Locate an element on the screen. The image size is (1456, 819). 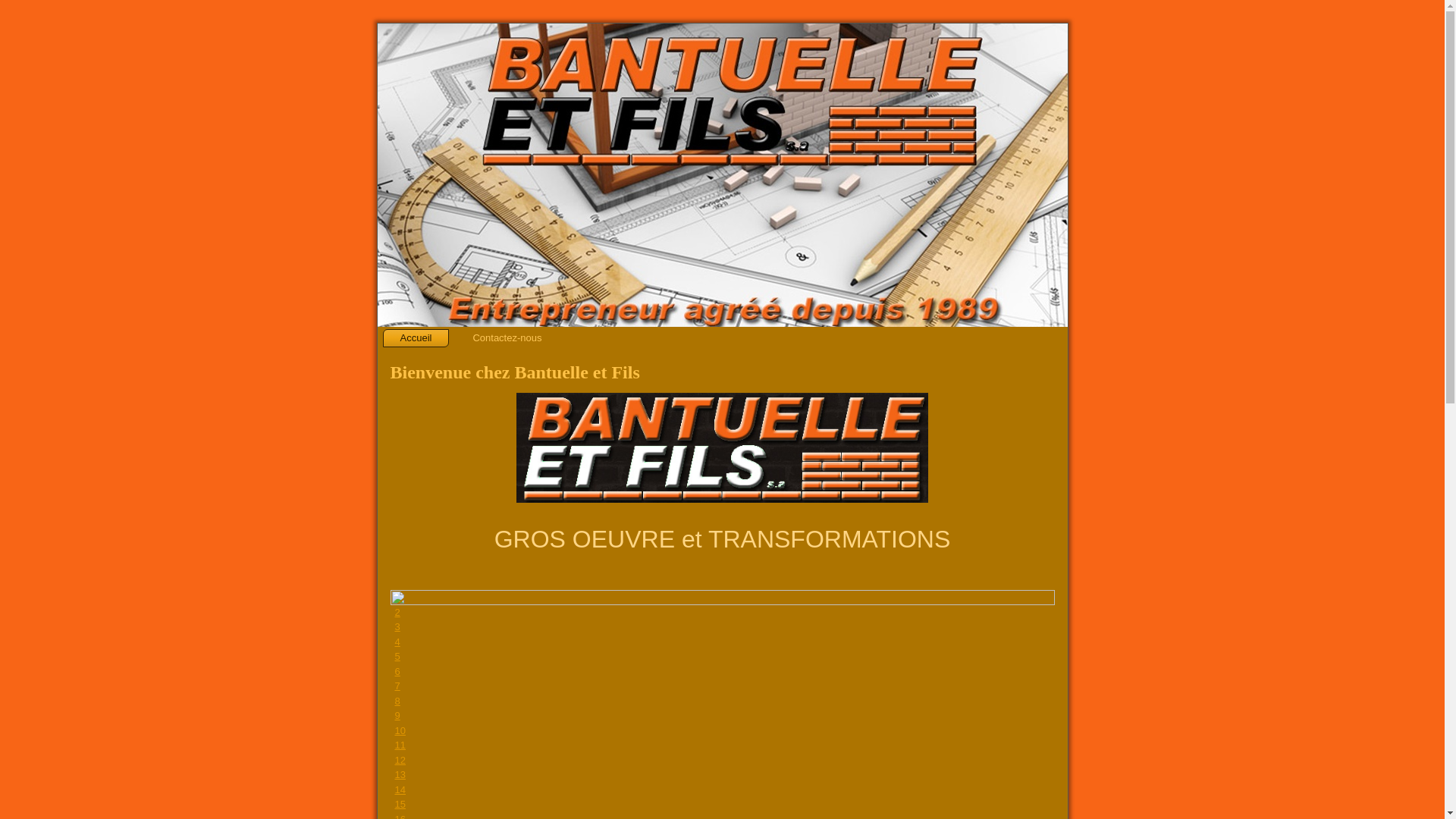
'5' is located at coordinates (397, 655).